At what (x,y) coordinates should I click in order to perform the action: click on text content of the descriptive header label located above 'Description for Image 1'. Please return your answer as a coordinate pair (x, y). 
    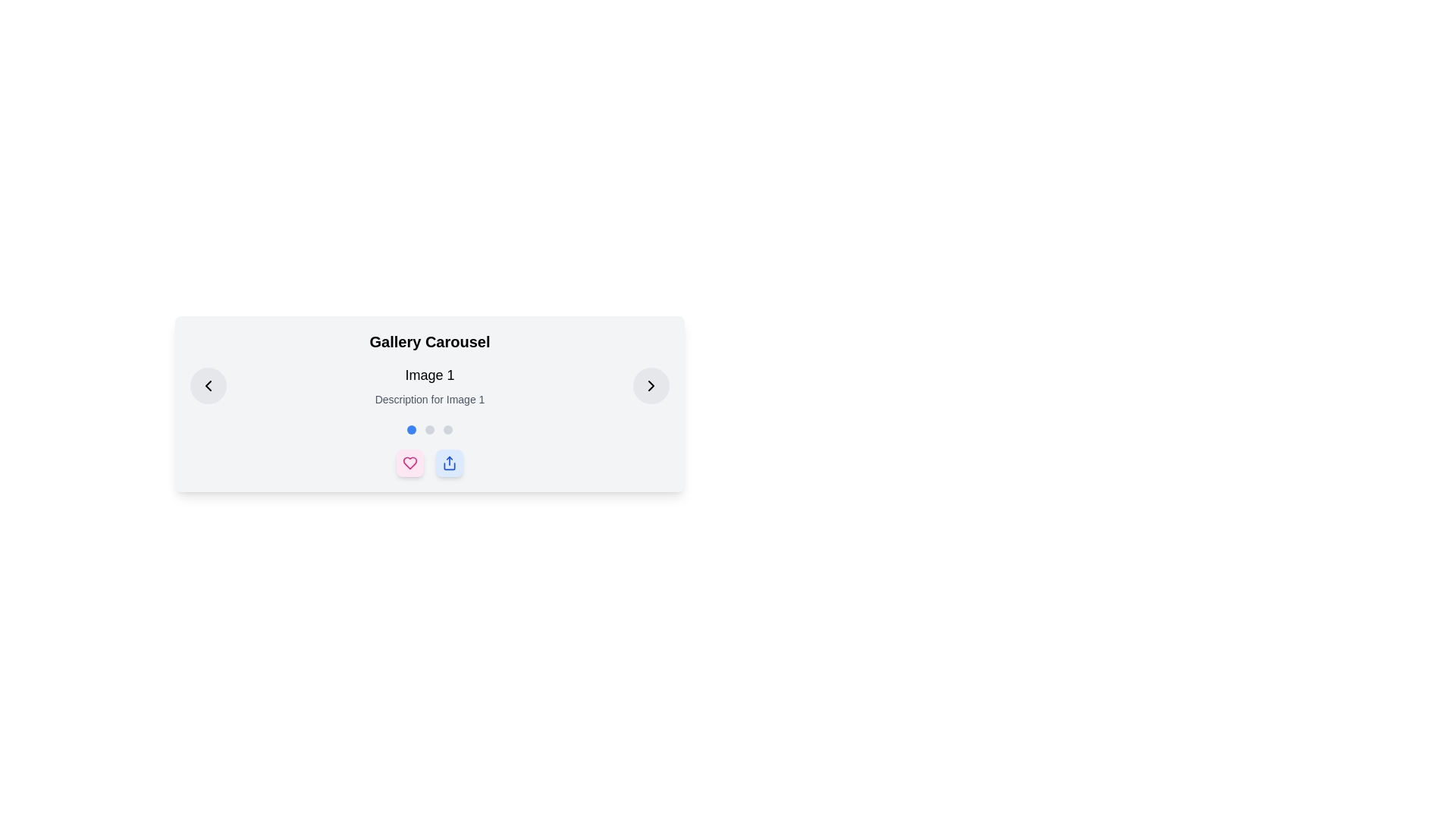
    Looking at the image, I should click on (428, 375).